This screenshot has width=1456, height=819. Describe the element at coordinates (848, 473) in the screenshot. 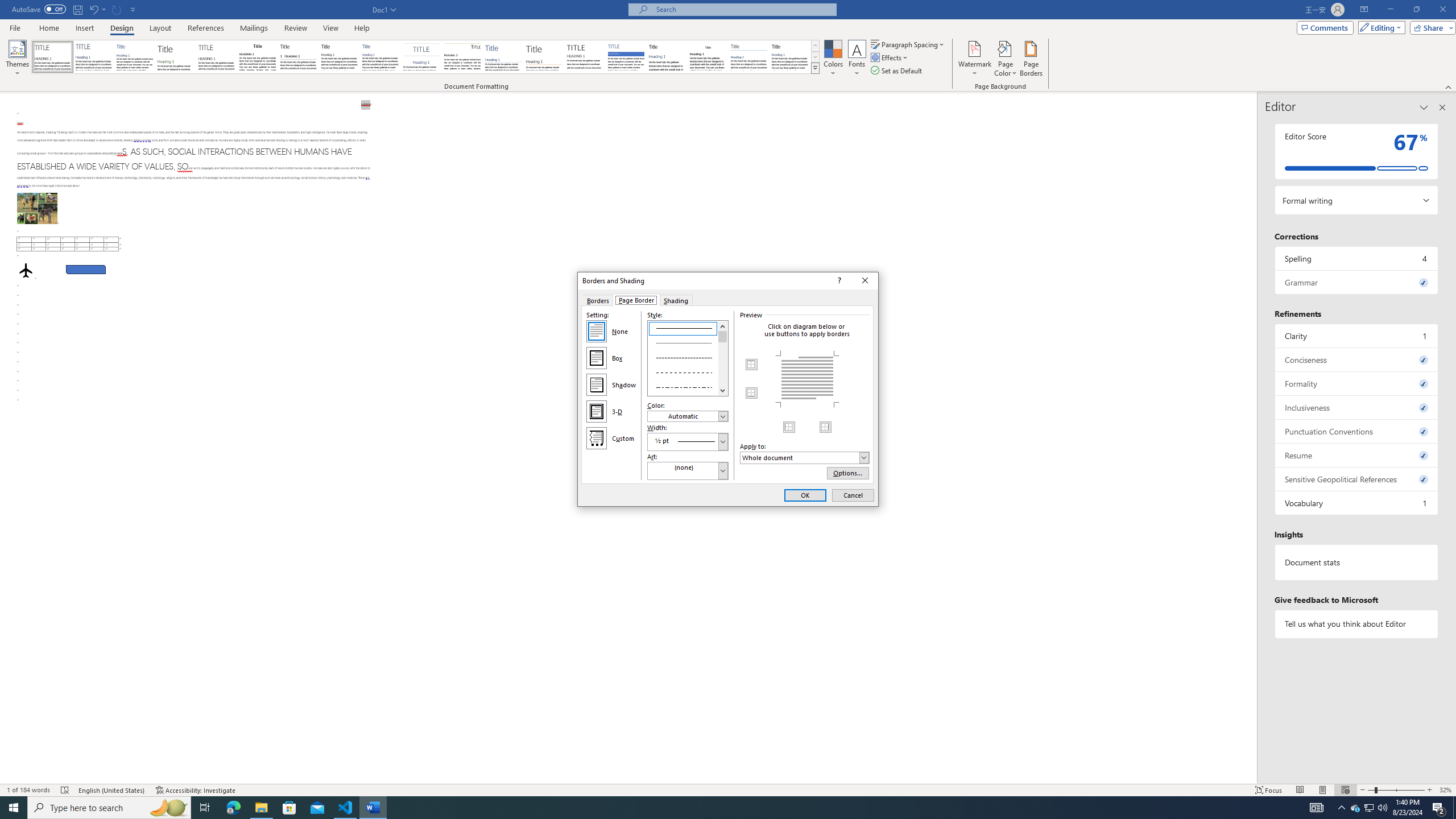

I see `'Options...'` at that location.